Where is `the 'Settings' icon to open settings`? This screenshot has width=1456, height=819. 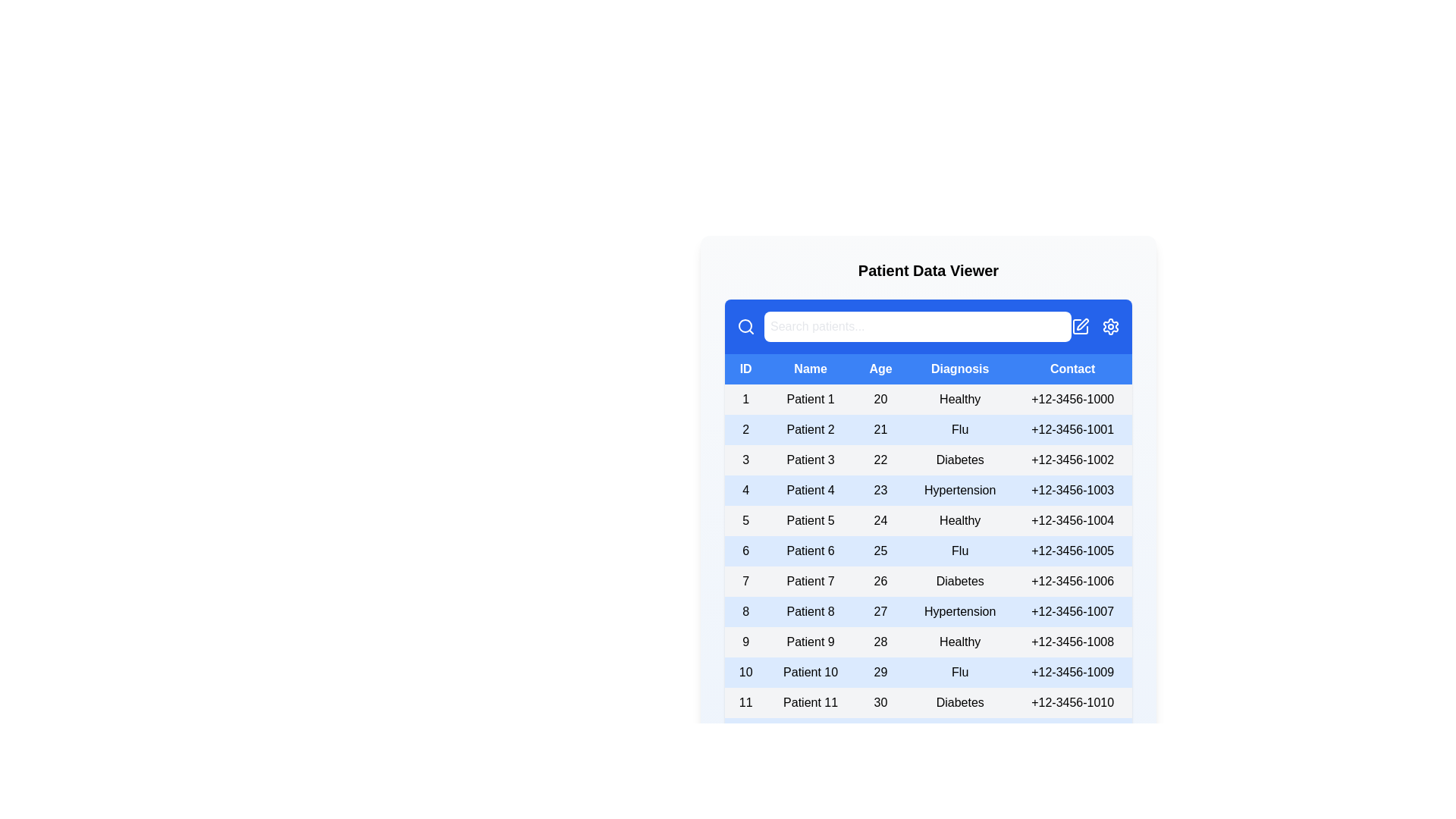
the 'Settings' icon to open settings is located at coordinates (1110, 326).